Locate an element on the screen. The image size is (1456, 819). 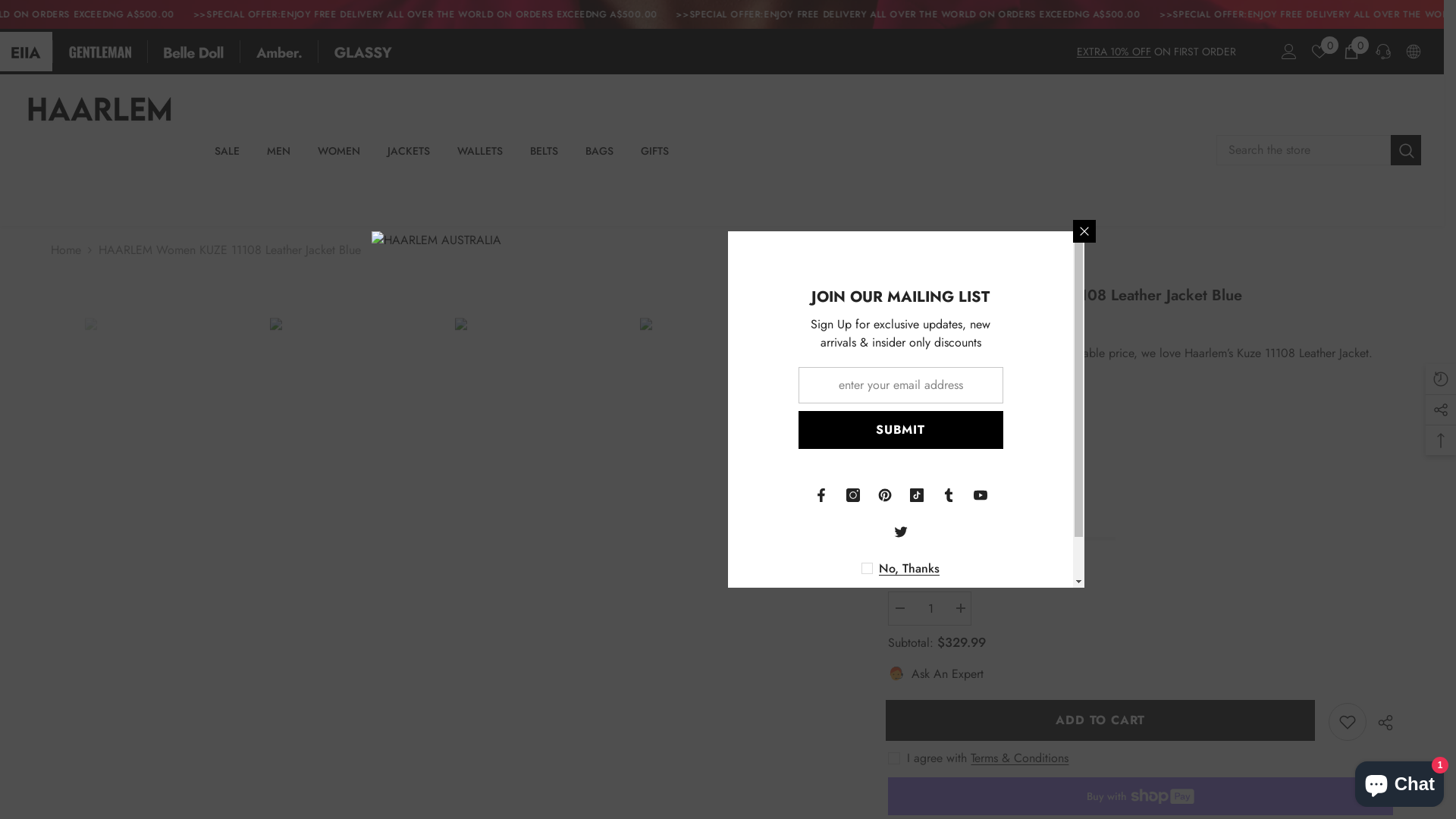
'Home' is located at coordinates (64, 249).